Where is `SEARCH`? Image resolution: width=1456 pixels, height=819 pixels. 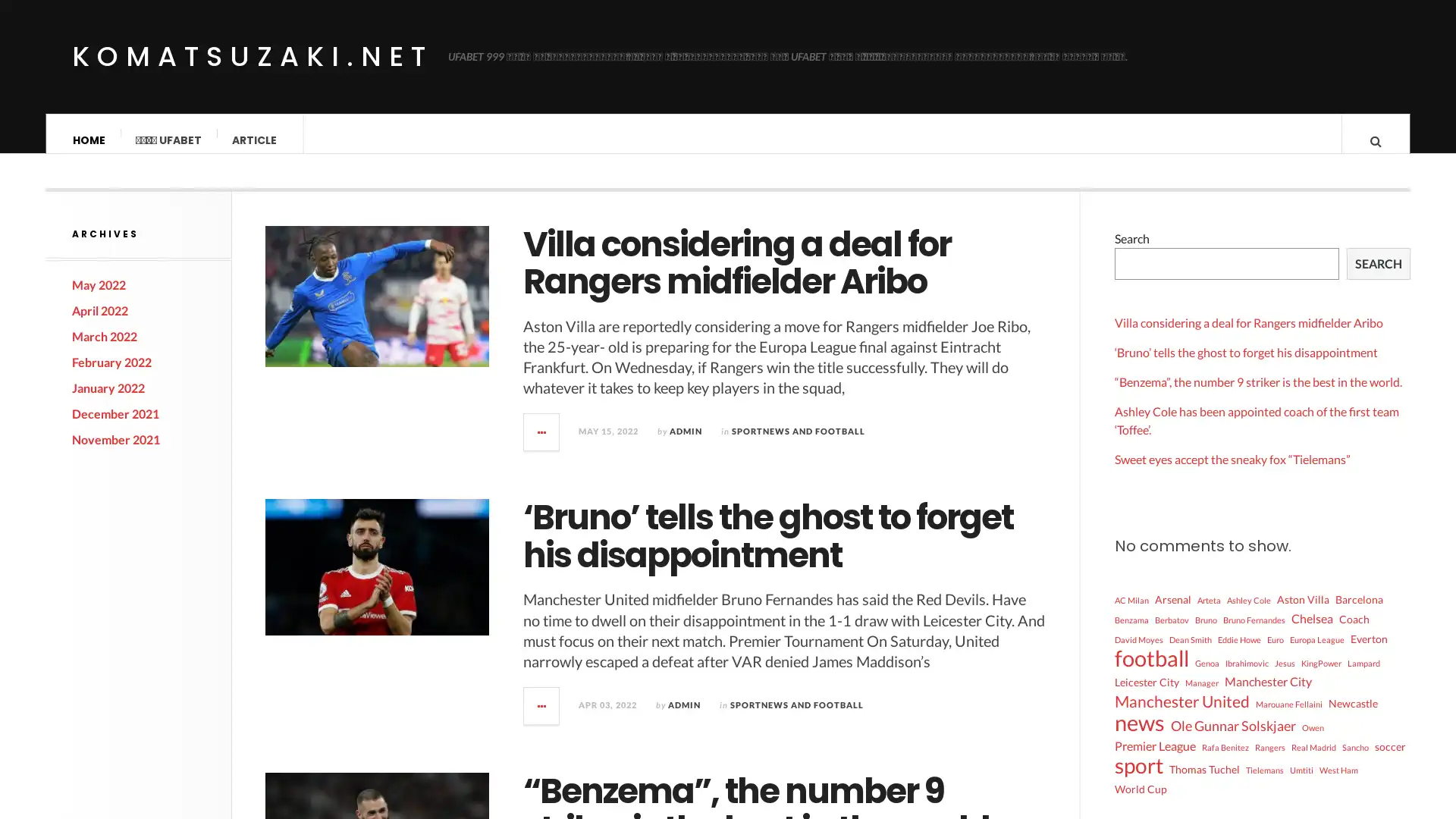
SEARCH is located at coordinates (1379, 277).